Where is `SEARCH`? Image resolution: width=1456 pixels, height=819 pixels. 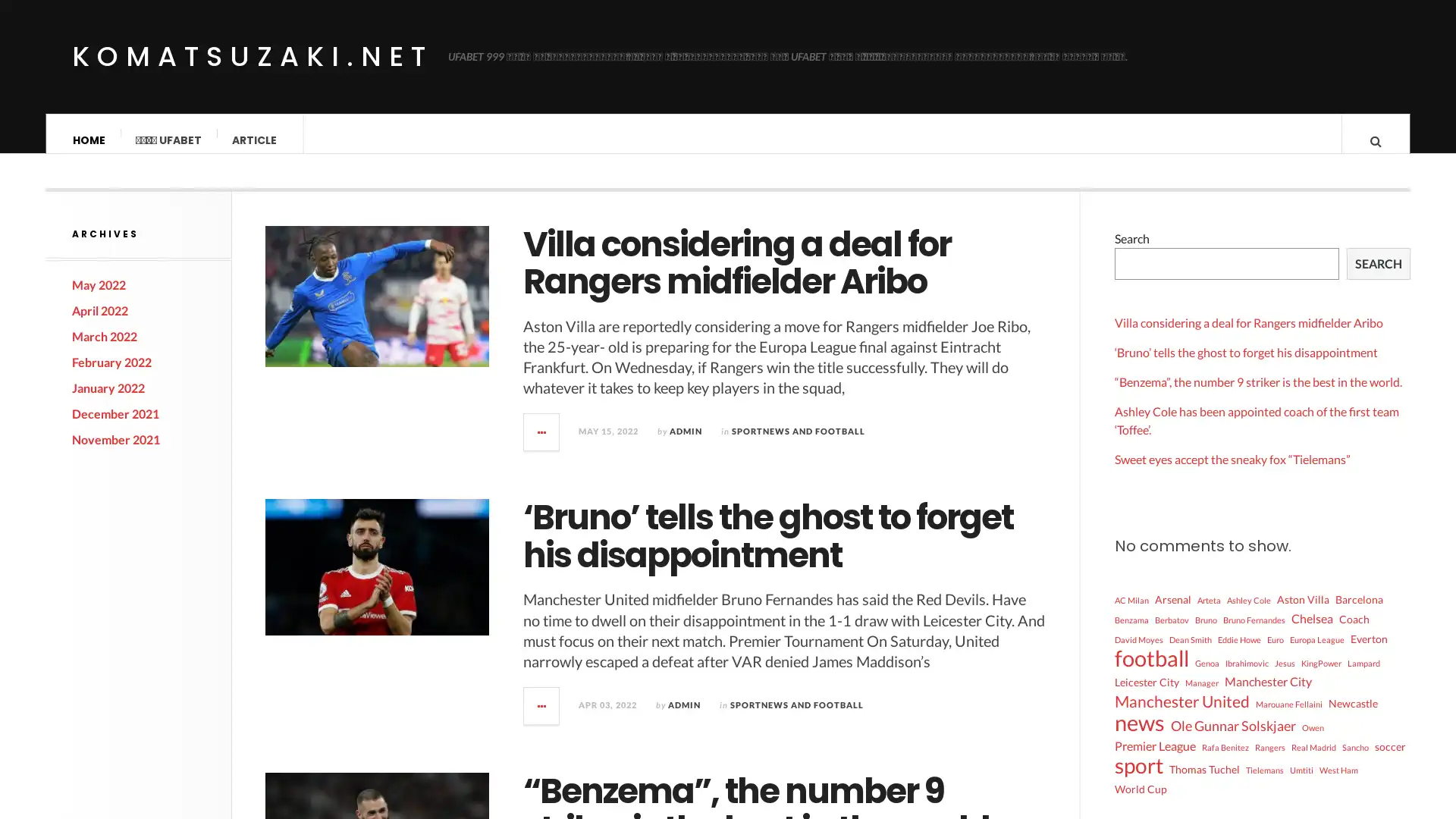
SEARCH is located at coordinates (1379, 277).